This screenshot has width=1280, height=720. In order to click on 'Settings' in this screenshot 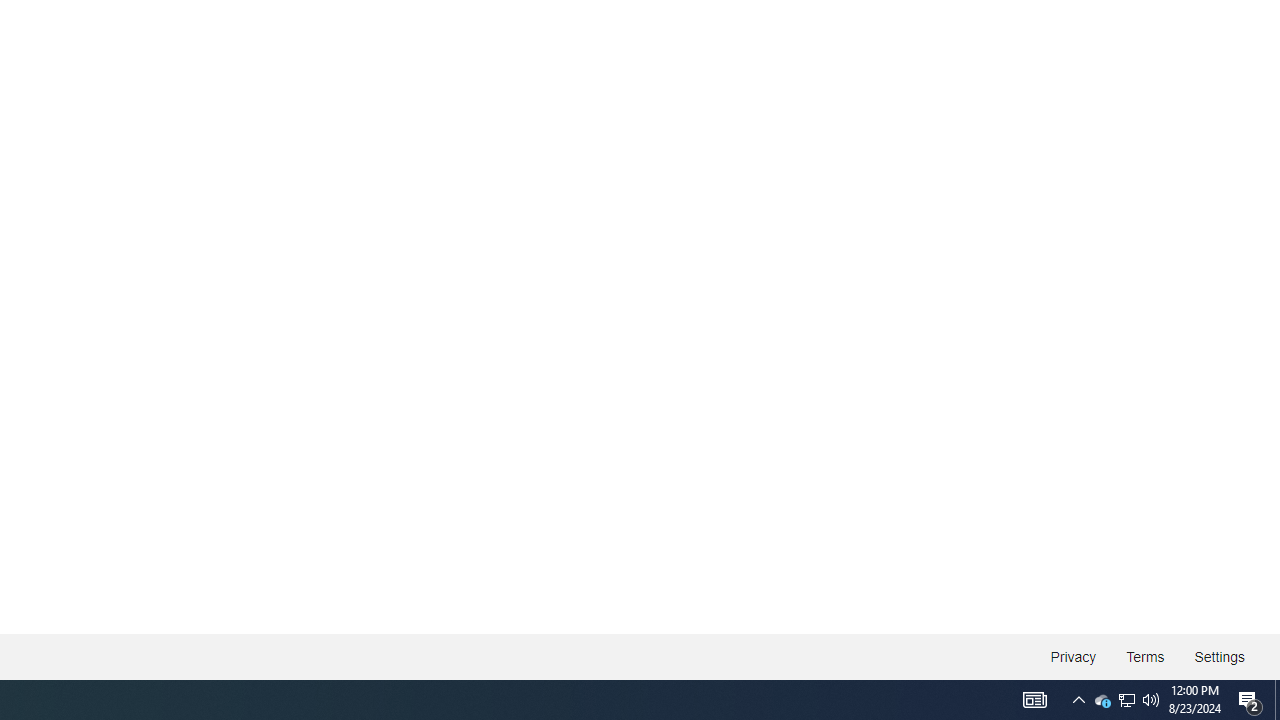, I will do `click(1218, 657)`.